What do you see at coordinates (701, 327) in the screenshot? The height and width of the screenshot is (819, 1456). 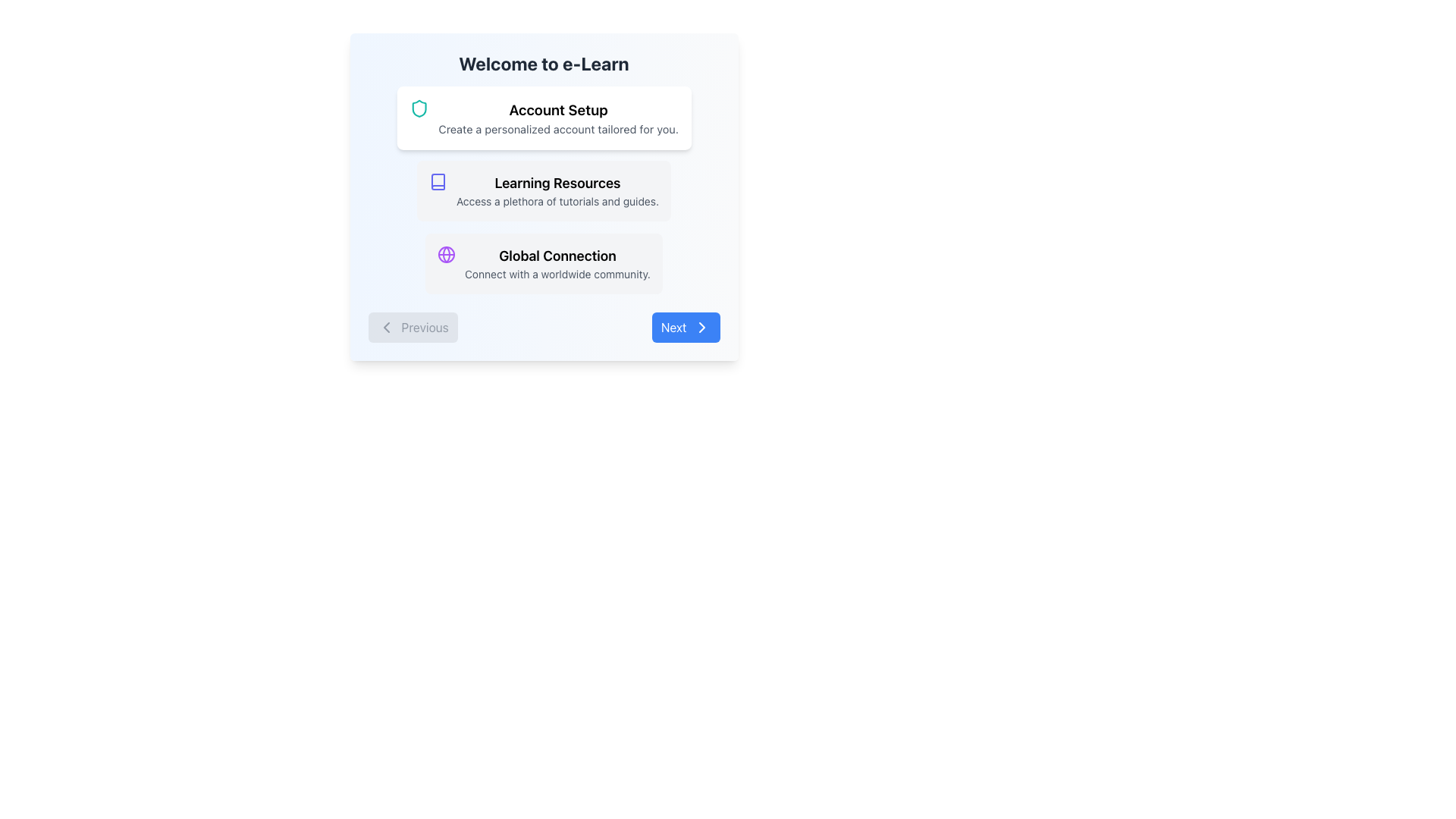 I see `the visual indicator icon associated with the 'Next' button located at the bottom right of the panel` at bounding box center [701, 327].